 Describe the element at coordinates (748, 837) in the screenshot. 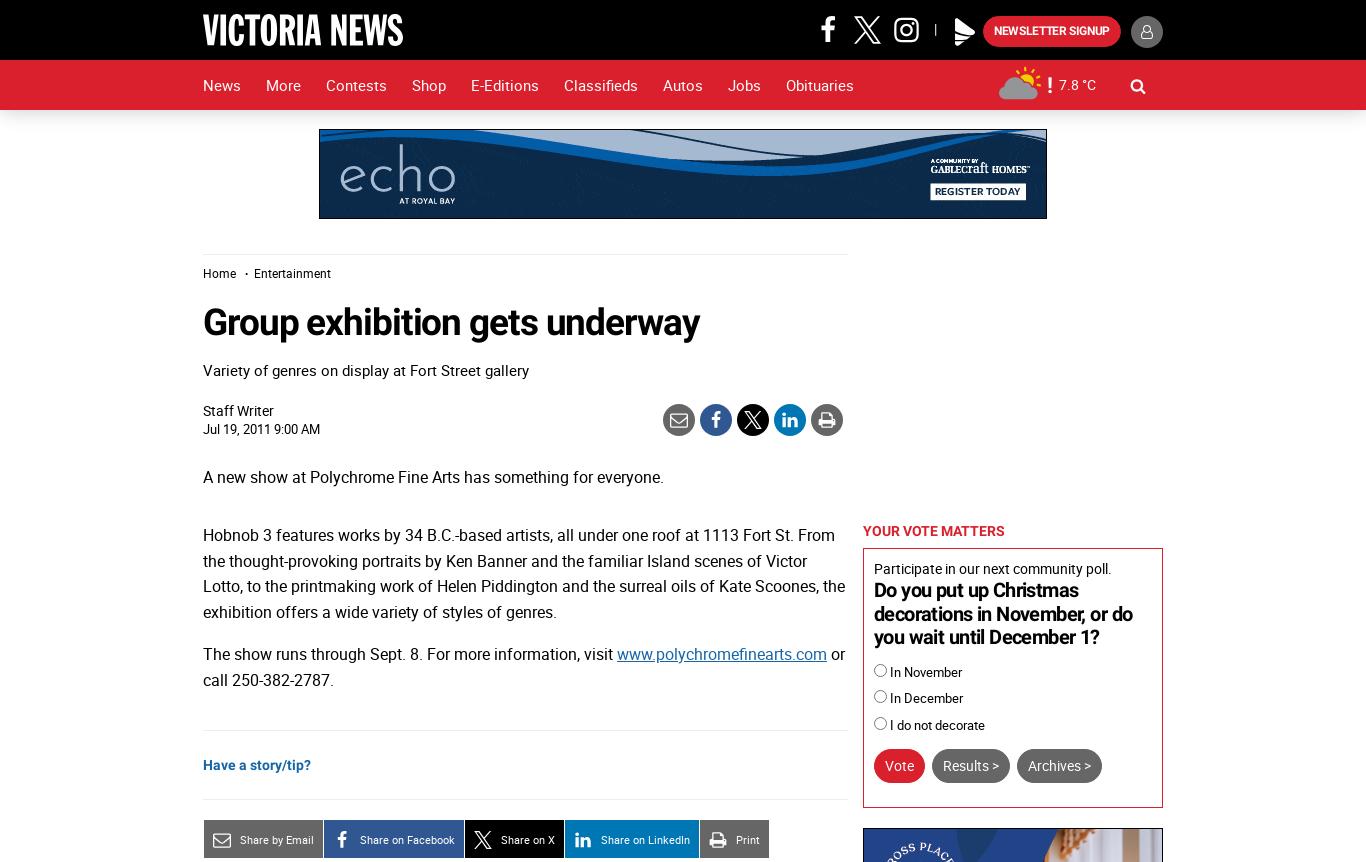

I see `'Print'` at that location.